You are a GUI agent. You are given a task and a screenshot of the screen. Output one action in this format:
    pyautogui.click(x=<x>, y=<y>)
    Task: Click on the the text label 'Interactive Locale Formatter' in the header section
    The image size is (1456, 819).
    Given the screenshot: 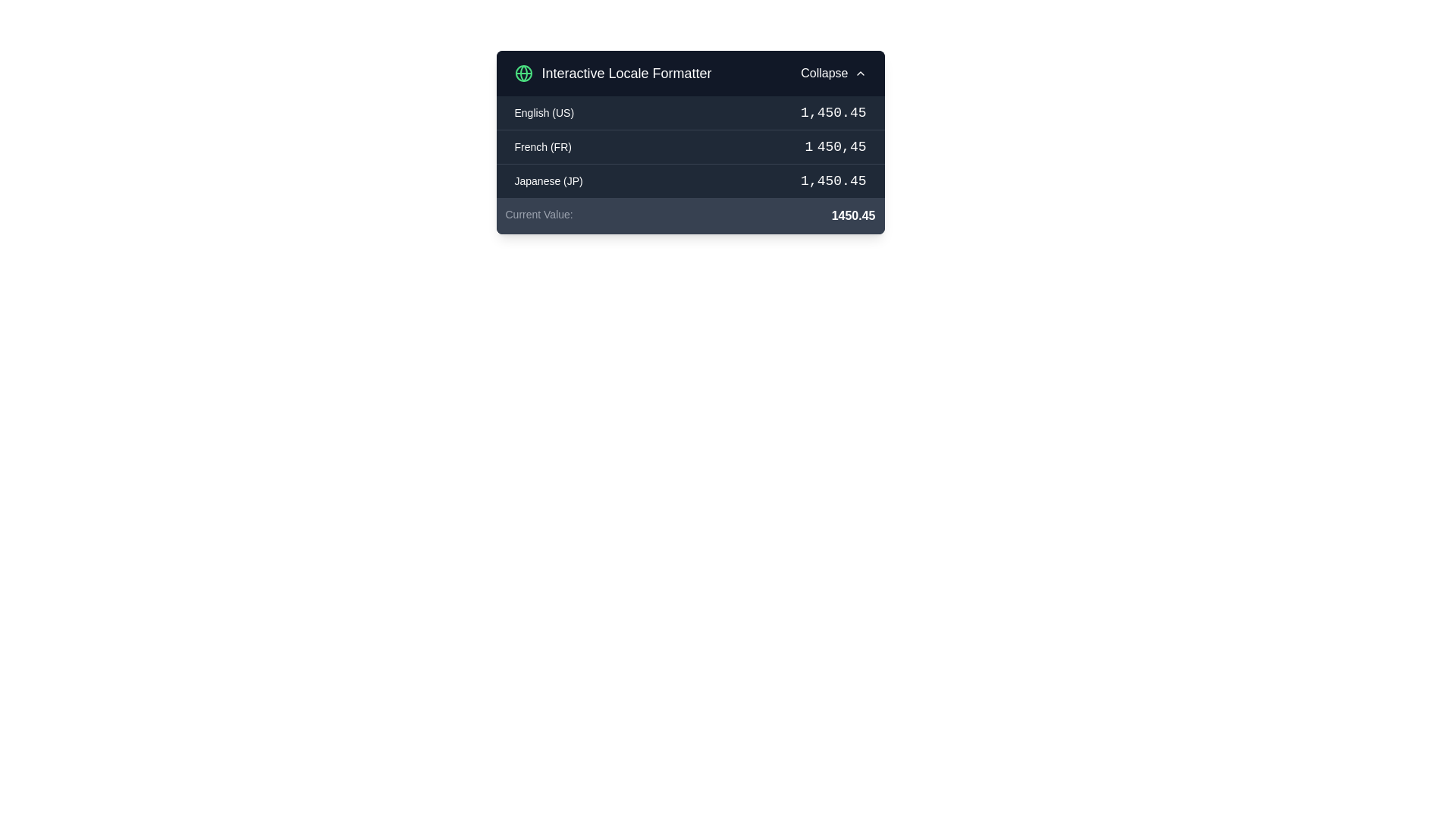 What is the action you would take?
    pyautogui.click(x=626, y=73)
    